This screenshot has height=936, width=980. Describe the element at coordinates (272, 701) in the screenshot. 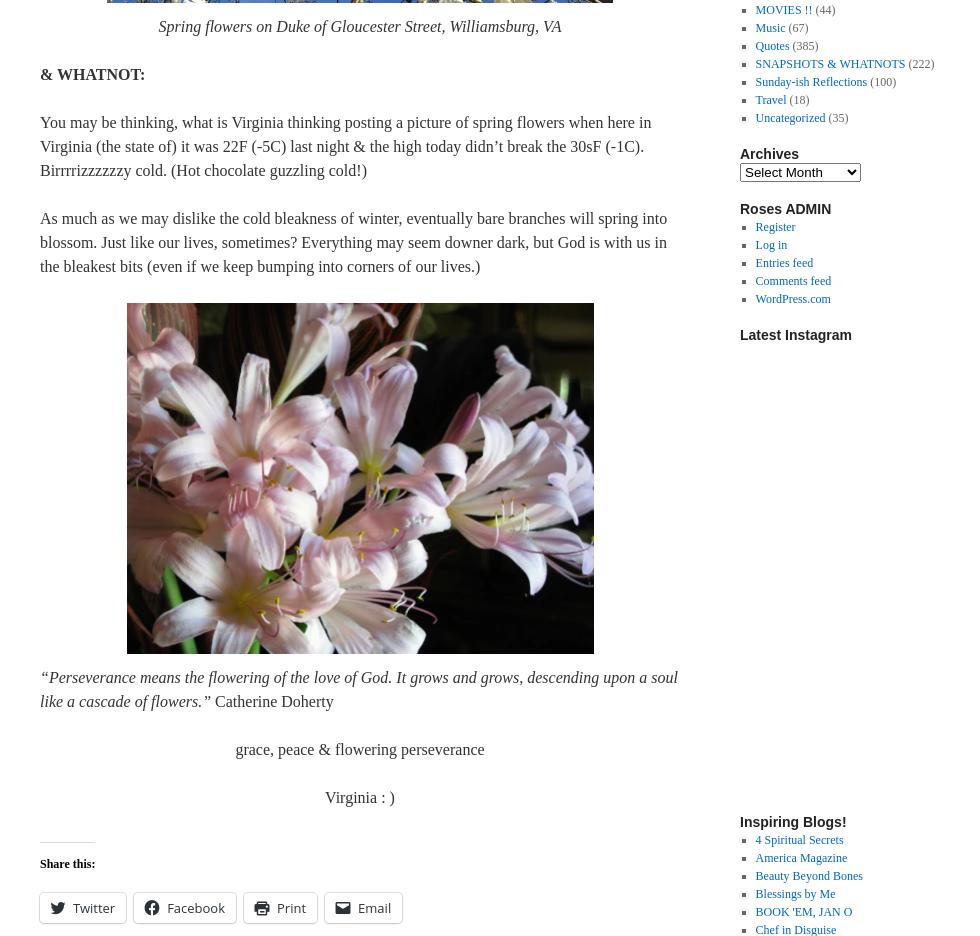

I see `'Catherine Doherty'` at that location.